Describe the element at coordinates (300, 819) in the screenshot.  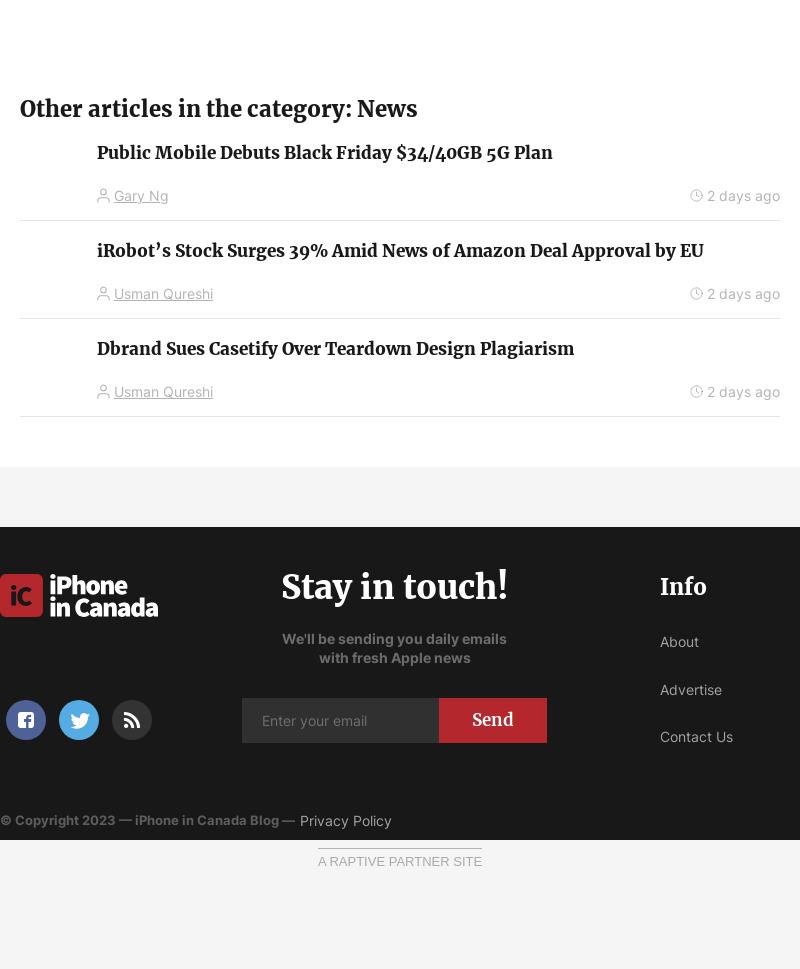
I see `'Privacy Policy'` at that location.